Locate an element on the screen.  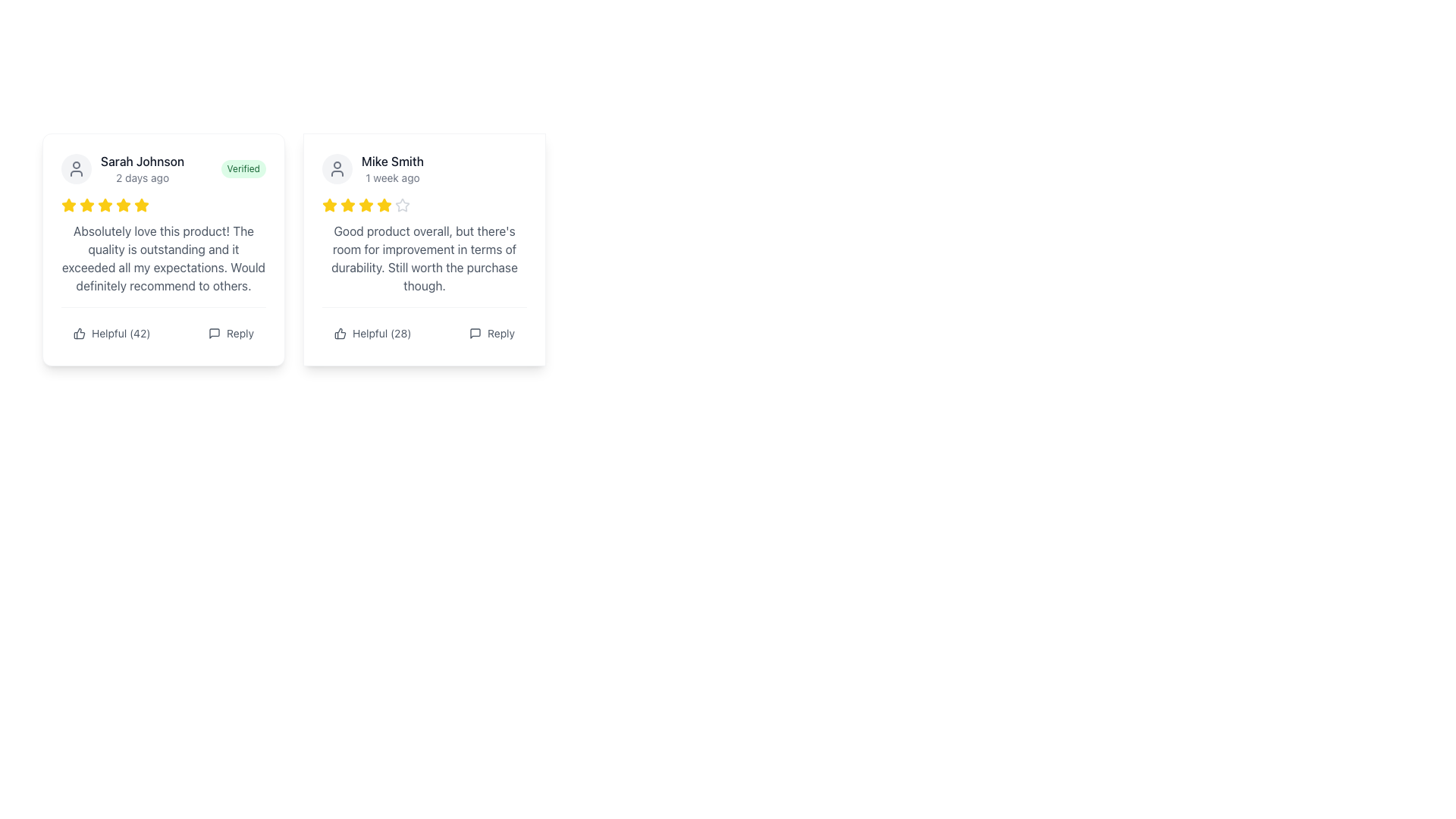
the verification status of the user 'Sarah Johnson' by interacting with the verification label located in the header section of her card, positioned to the right of her name and the time label '2 days ago' is located at coordinates (243, 169).